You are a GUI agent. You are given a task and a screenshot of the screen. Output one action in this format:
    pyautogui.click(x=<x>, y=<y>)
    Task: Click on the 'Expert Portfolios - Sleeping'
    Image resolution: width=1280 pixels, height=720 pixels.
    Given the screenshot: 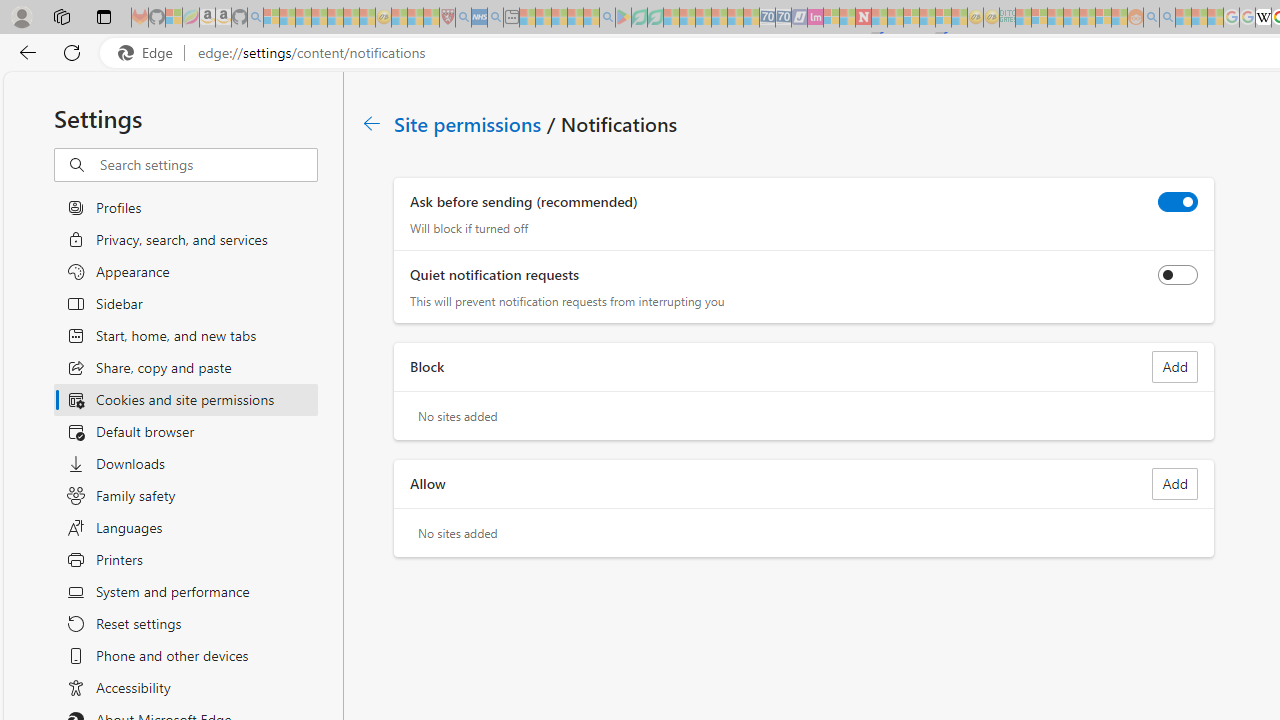 What is the action you would take?
    pyautogui.click(x=1070, y=17)
    